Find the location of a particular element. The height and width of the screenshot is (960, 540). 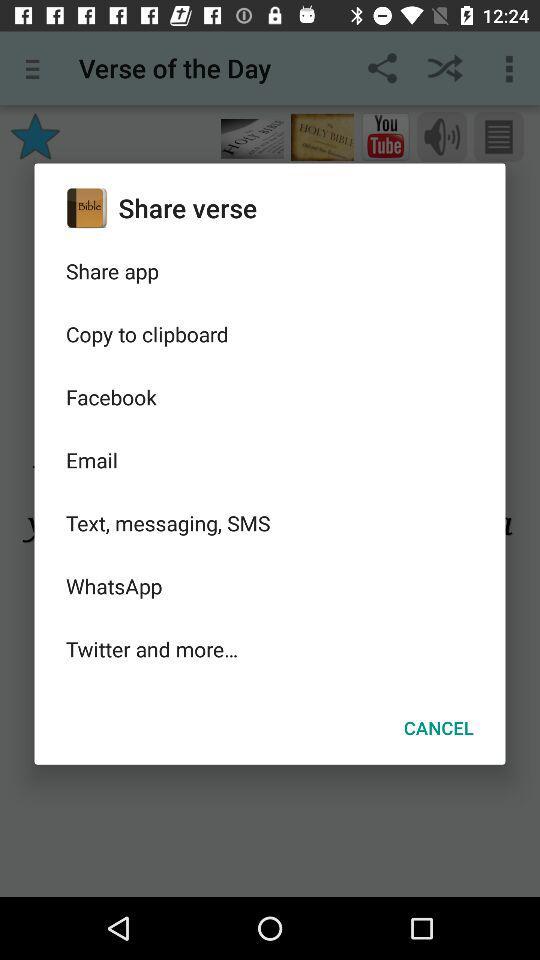

cancel at the bottom right corner is located at coordinates (437, 726).